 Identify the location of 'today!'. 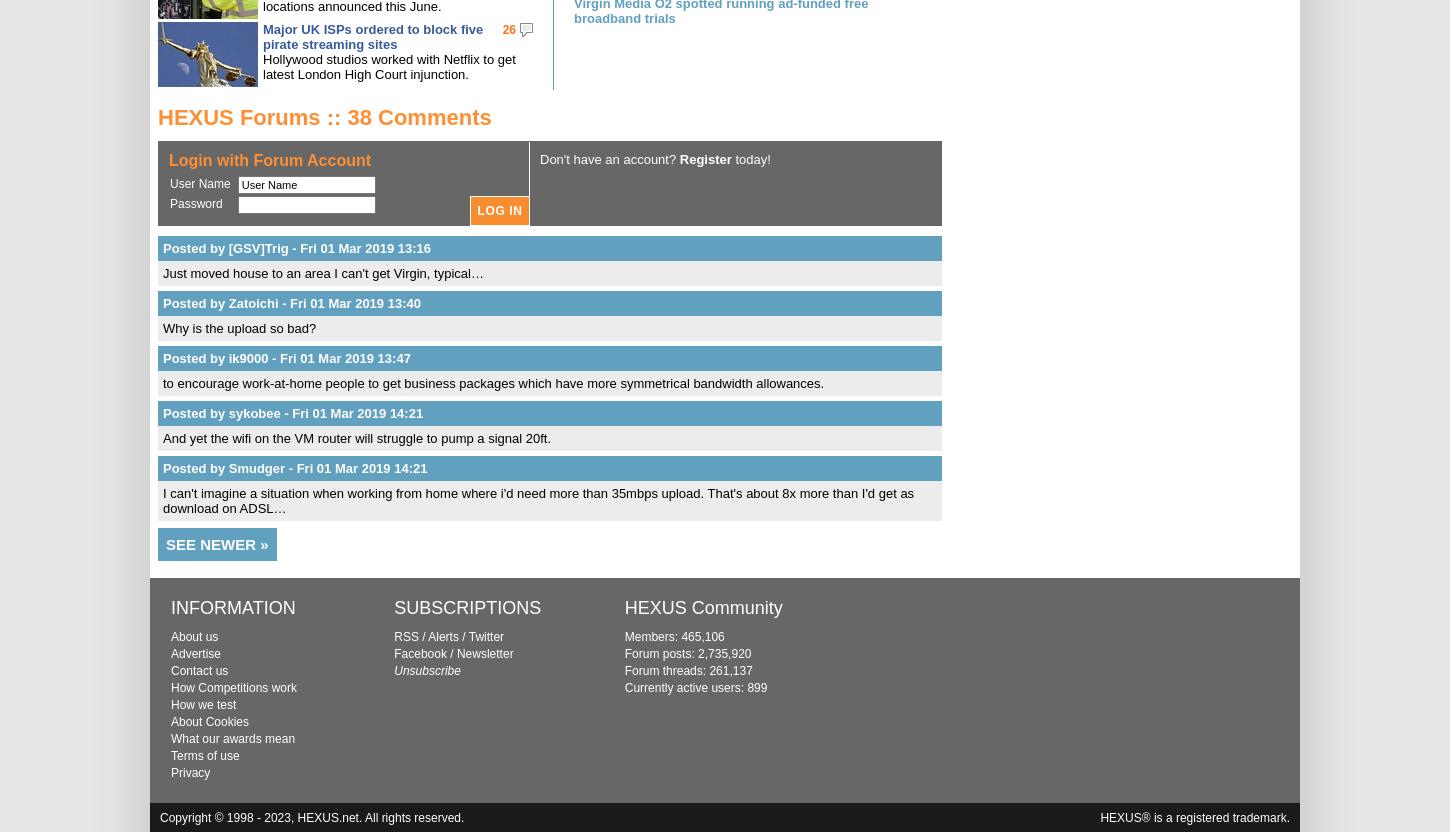
(750, 158).